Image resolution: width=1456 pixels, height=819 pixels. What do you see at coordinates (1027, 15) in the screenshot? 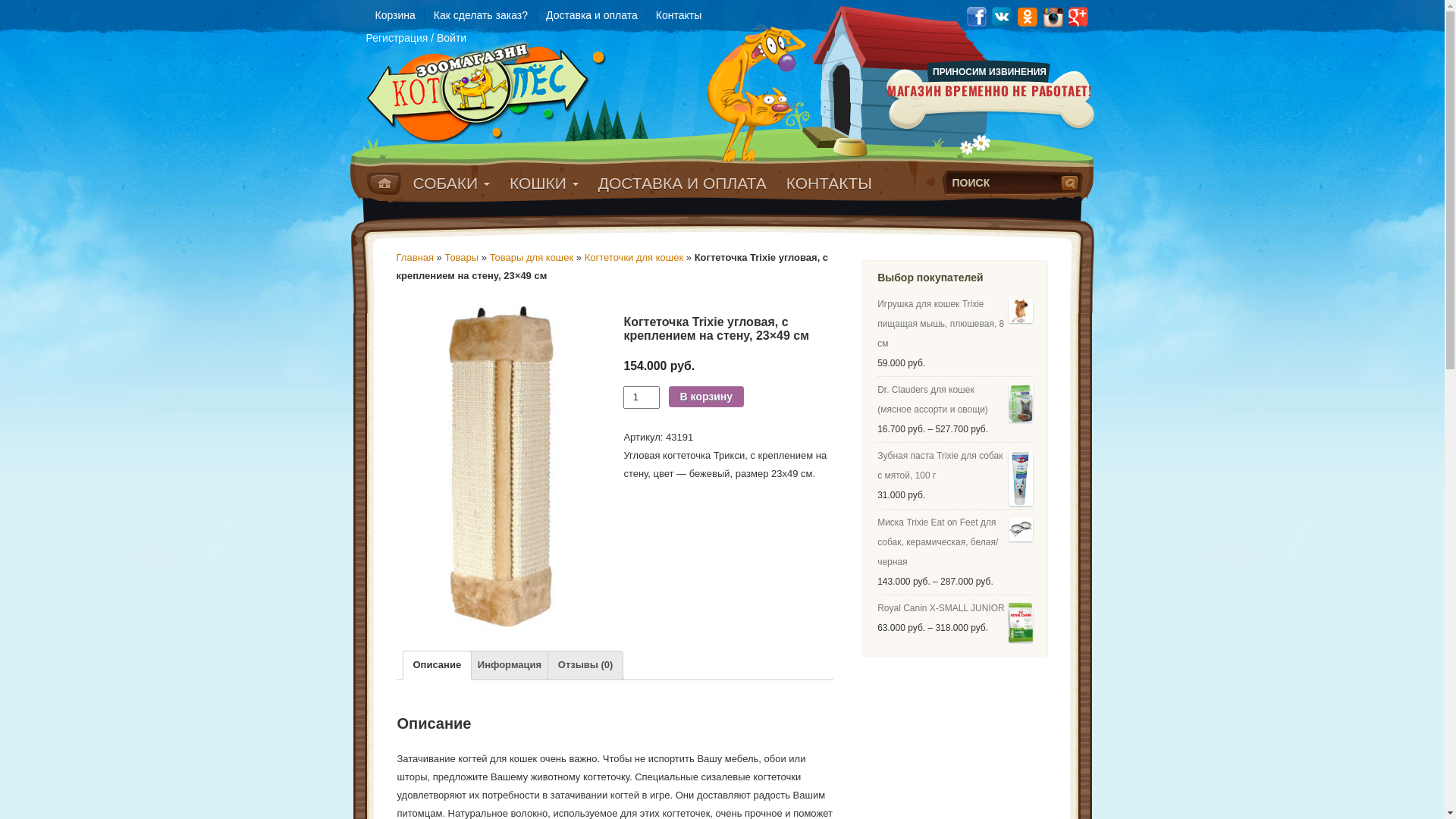
I see `'Odnoklassniki'` at bounding box center [1027, 15].